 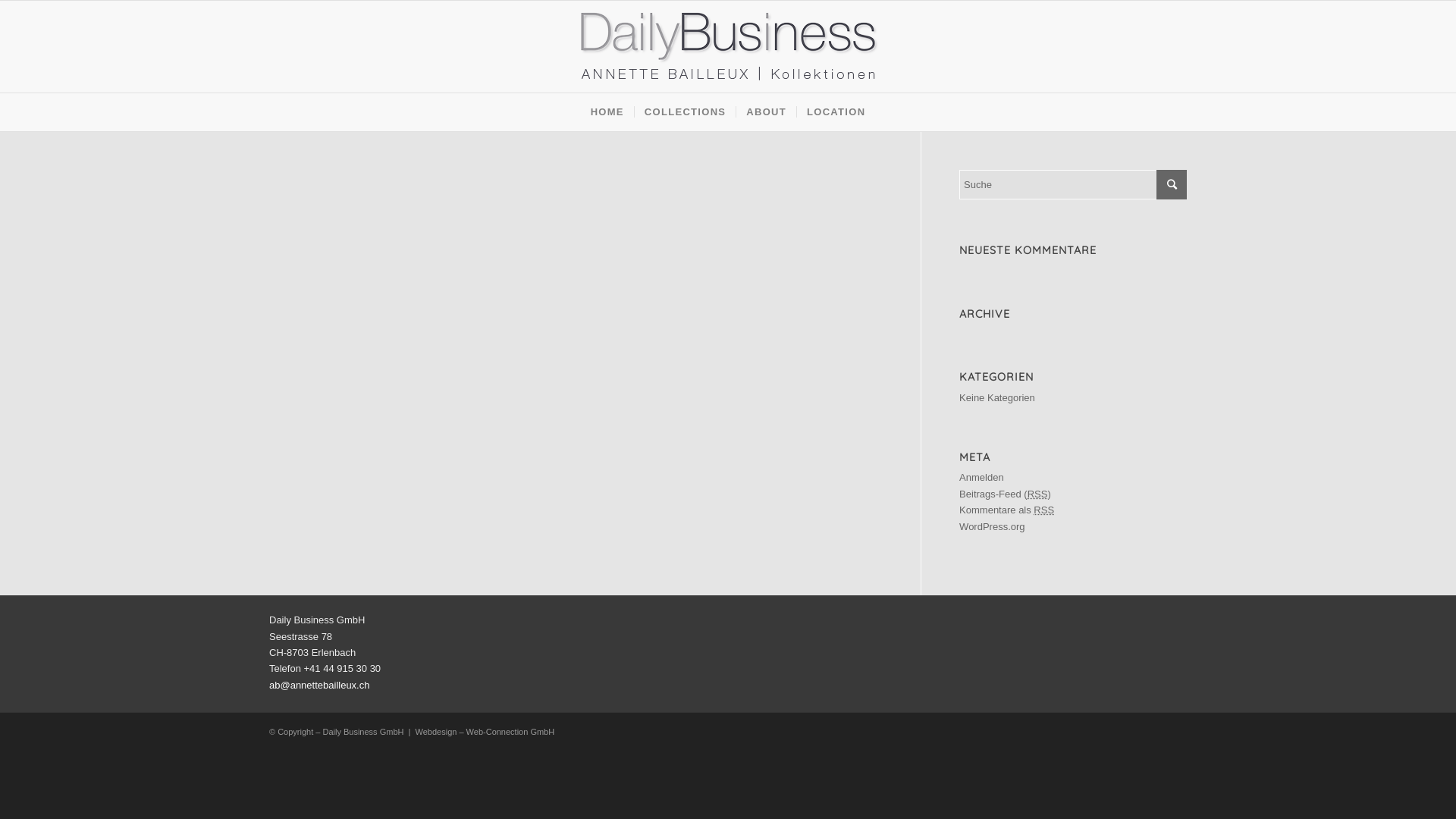 What do you see at coordinates (981, 476) in the screenshot?
I see `'Anmelden'` at bounding box center [981, 476].